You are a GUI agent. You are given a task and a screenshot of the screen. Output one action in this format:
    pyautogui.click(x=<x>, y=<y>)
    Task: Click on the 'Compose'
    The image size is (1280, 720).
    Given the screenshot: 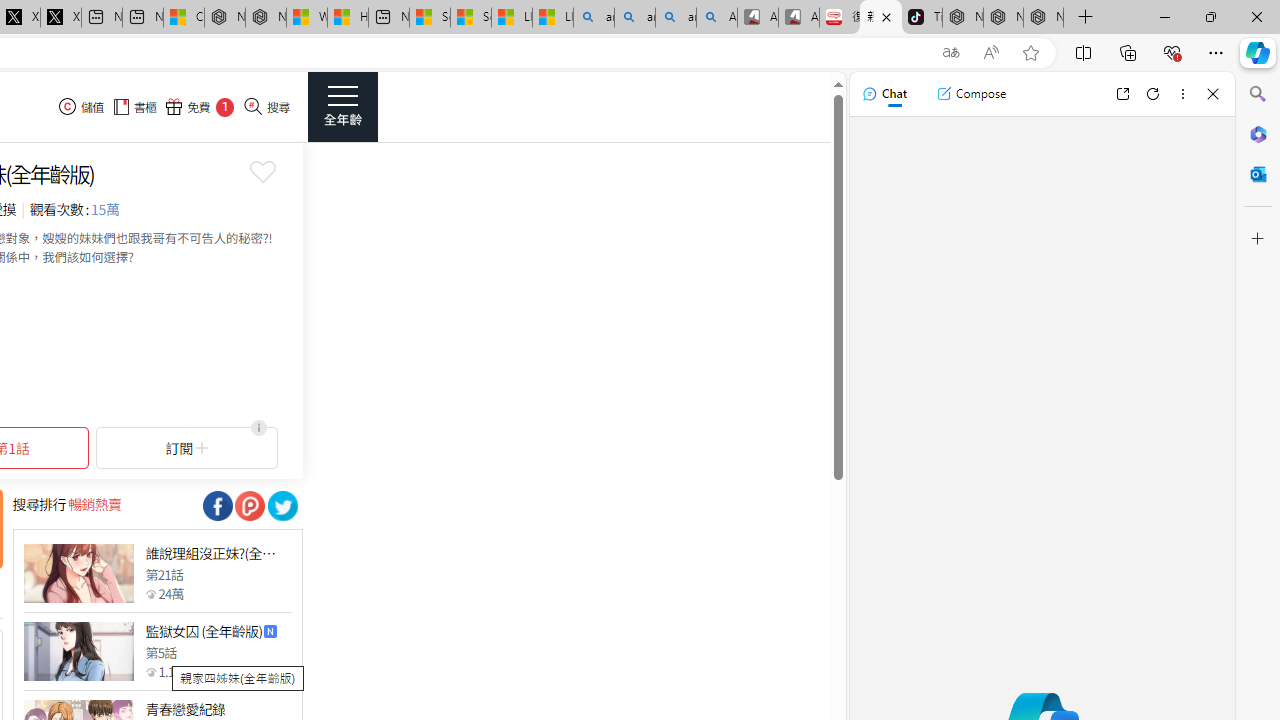 What is the action you would take?
    pyautogui.click(x=971, y=93)
    